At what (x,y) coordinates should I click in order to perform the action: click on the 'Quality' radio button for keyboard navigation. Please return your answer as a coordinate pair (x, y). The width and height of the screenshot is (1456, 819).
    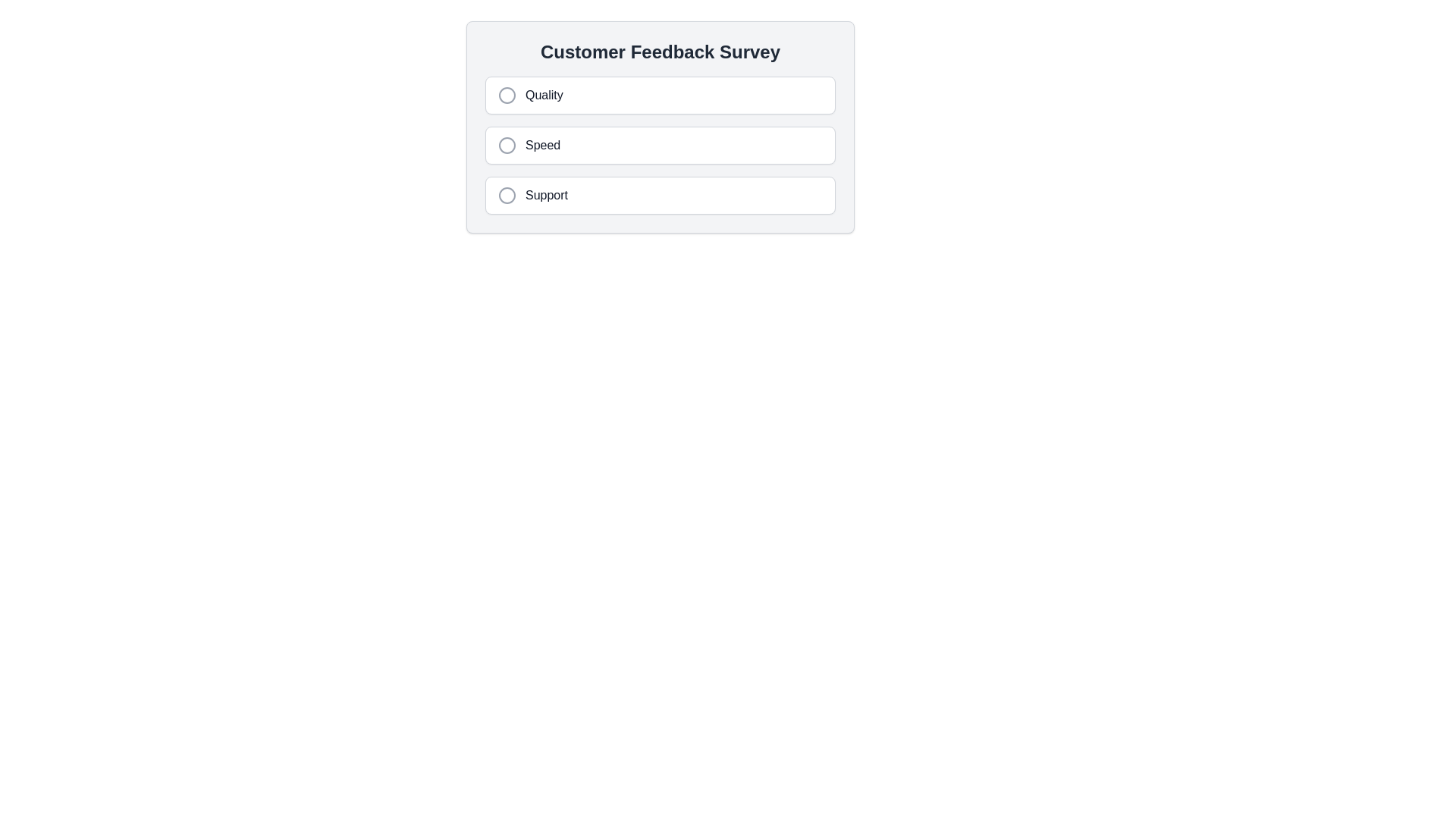
    Looking at the image, I should click on (660, 96).